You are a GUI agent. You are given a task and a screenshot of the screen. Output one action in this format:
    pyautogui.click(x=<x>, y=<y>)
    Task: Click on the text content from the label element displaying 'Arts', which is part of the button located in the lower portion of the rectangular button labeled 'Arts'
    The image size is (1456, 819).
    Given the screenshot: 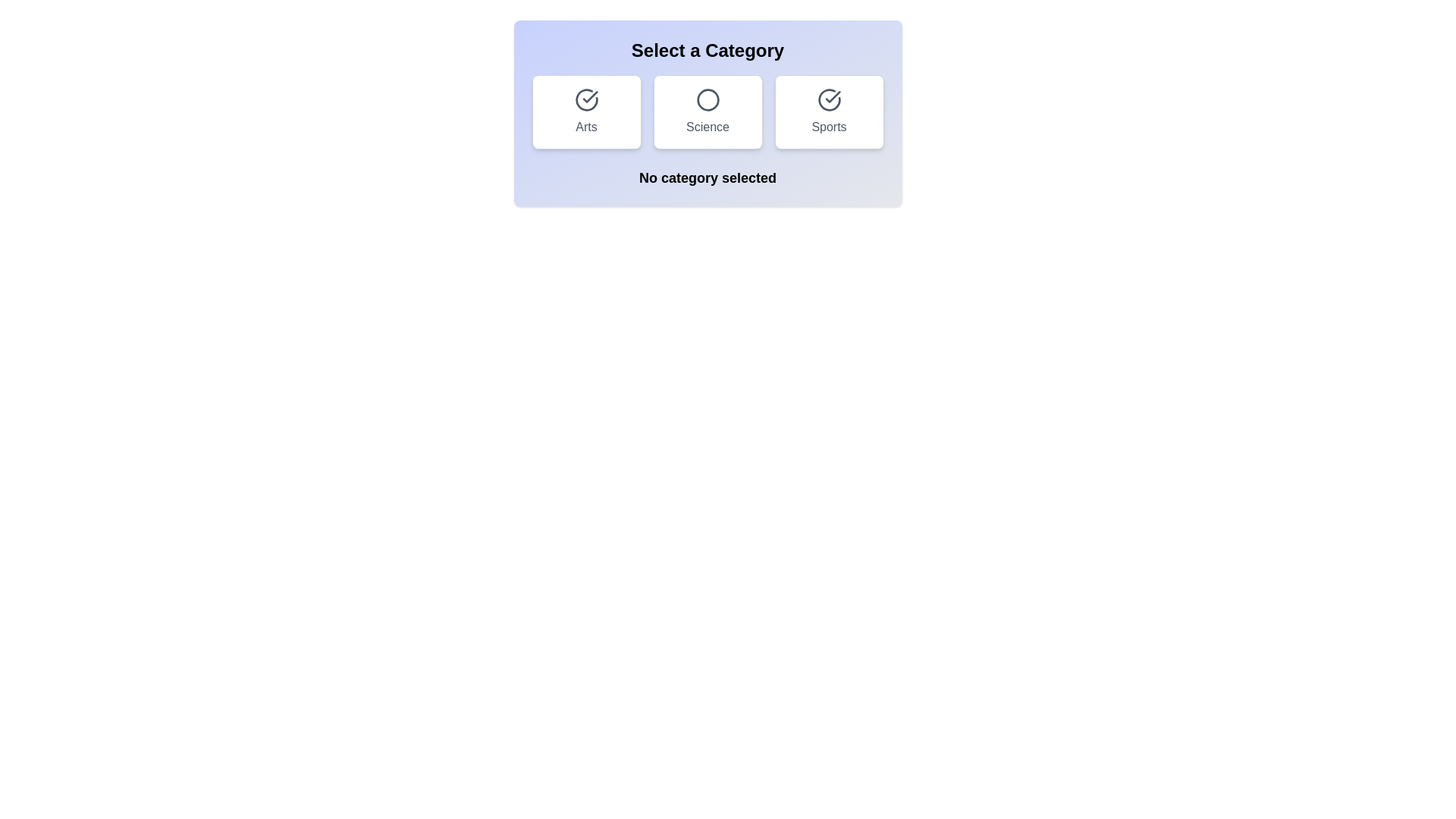 What is the action you would take?
    pyautogui.click(x=585, y=127)
    